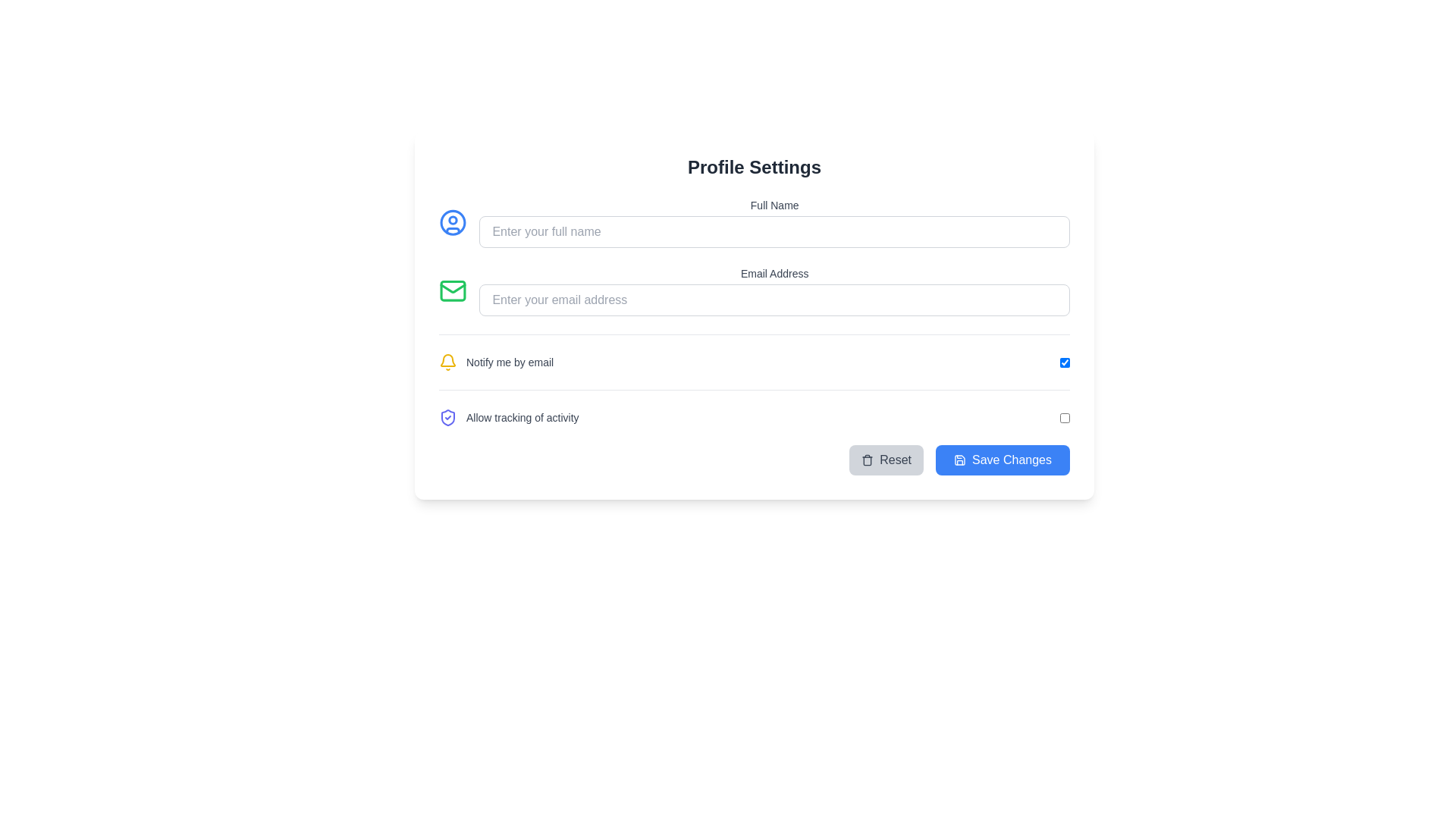 Image resolution: width=1456 pixels, height=819 pixels. I want to click on the blue circular user icon with a simplistic silhouette design located to the left of the 'Enter your full name' input field, so click(452, 222).